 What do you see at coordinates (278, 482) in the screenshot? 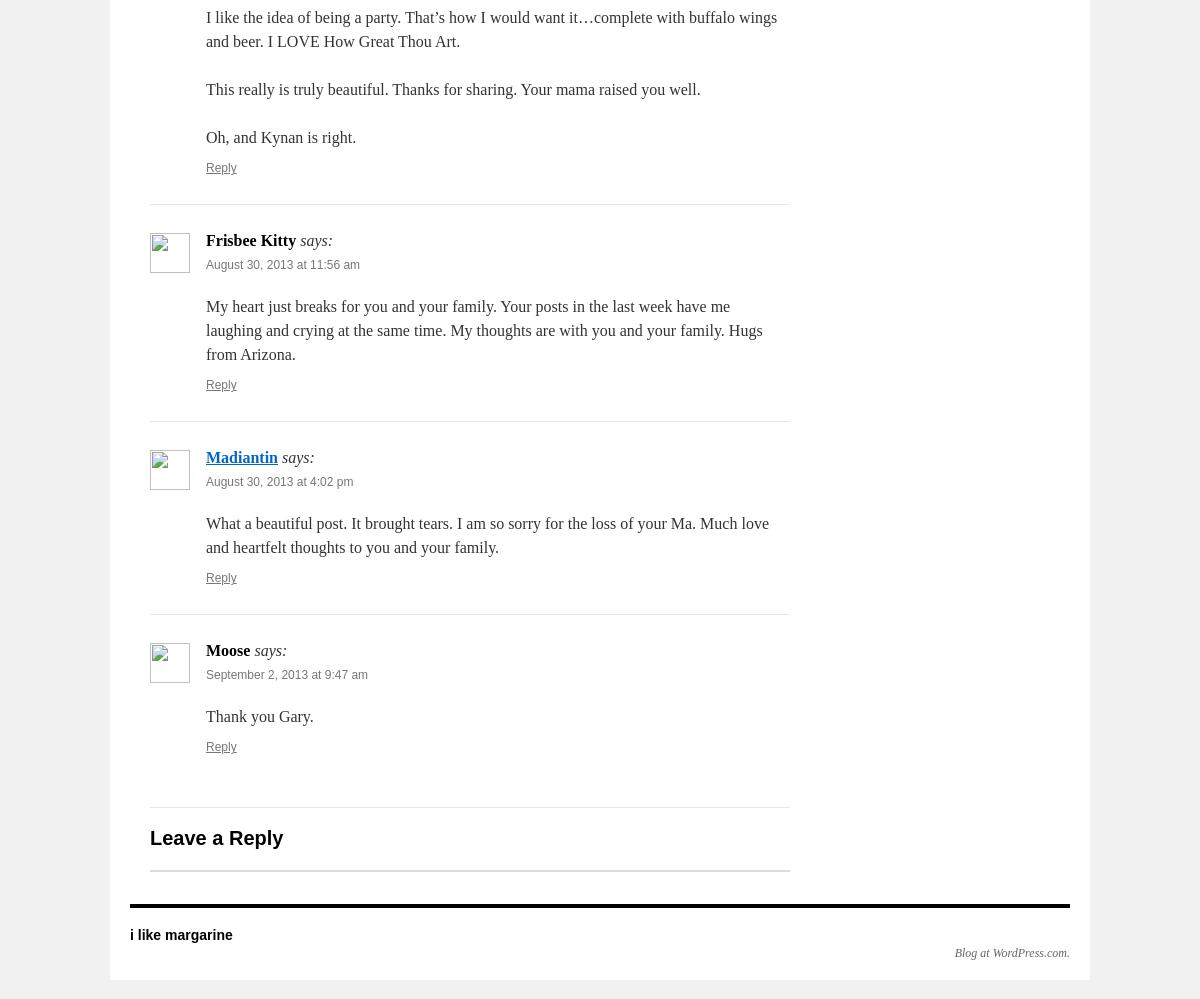
I see `'August 30, 2013 at 4:02 pm'` at bounding box center [278, 482].